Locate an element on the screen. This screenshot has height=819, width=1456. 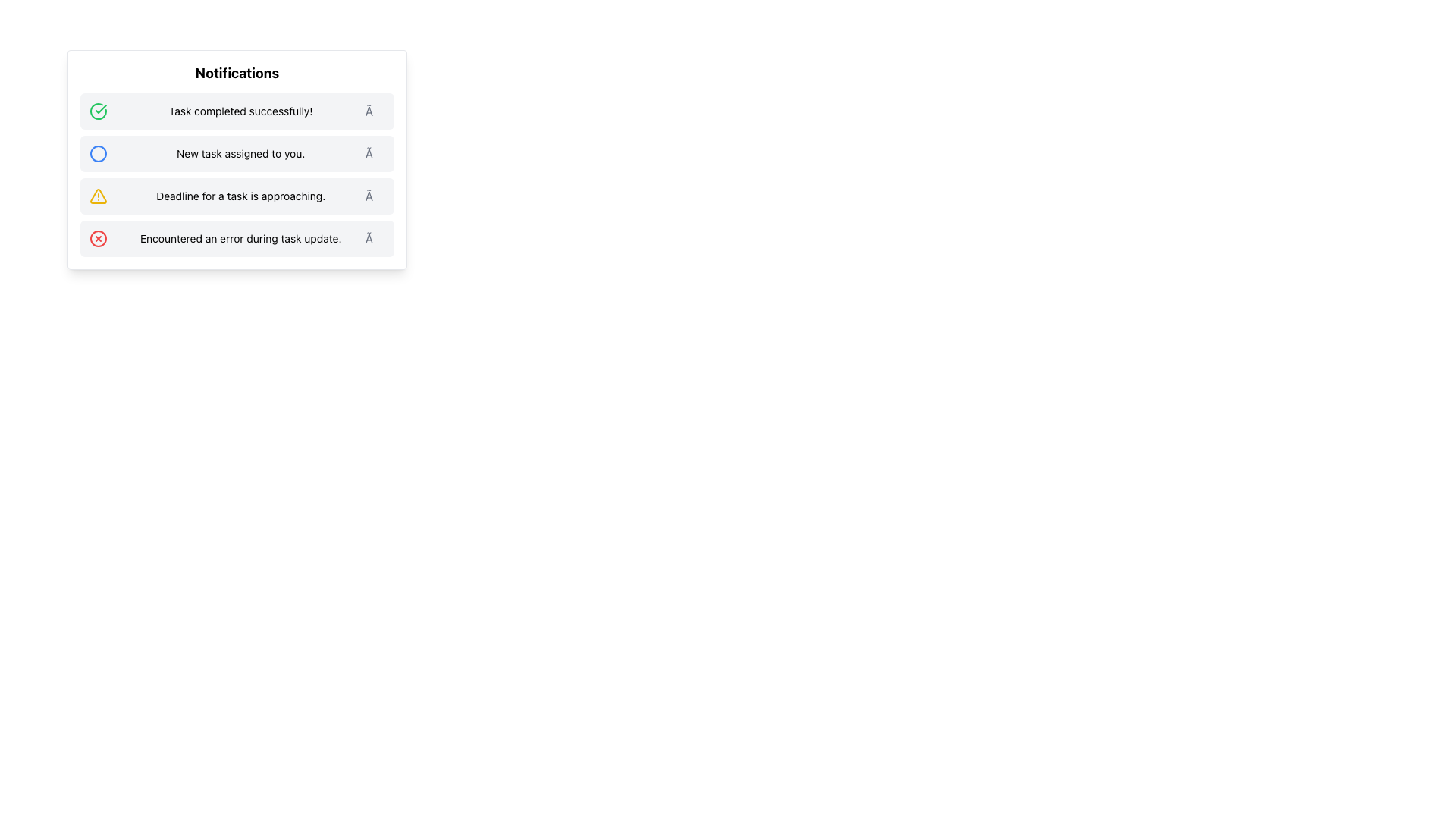
the close button located on the far right of the 'Task completed successfully!' notification message bar is located at coordinates (375, 110).